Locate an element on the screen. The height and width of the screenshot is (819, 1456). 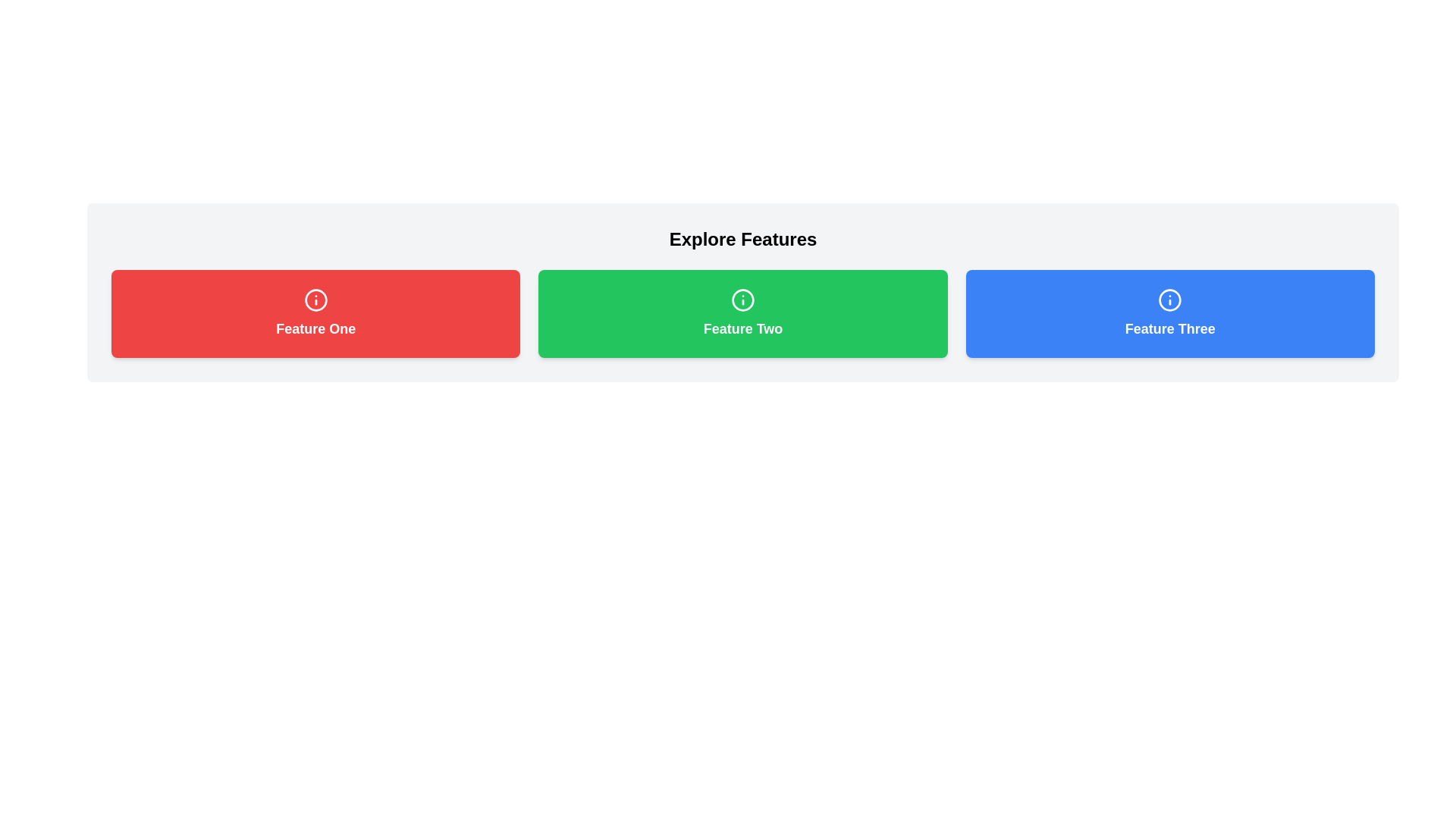
the text label 'Feature Three' which is styled with bold typography and is located inside a blue card at the far-right of a group of three cards is located at coordinates (1169, 328).